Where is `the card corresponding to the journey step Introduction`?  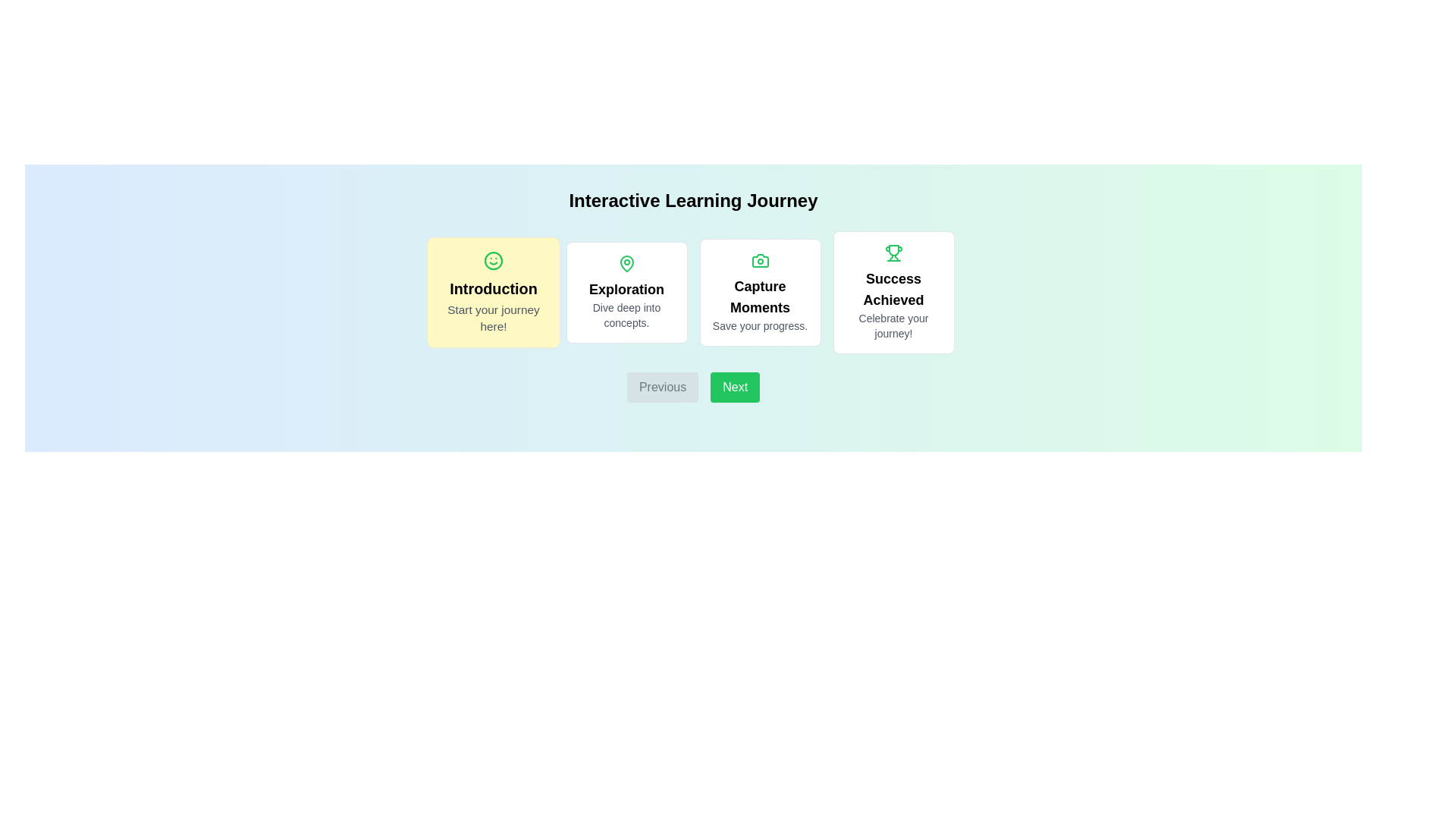 the card corresponding to the journey step Introduction is located at coordinates (493, 292).